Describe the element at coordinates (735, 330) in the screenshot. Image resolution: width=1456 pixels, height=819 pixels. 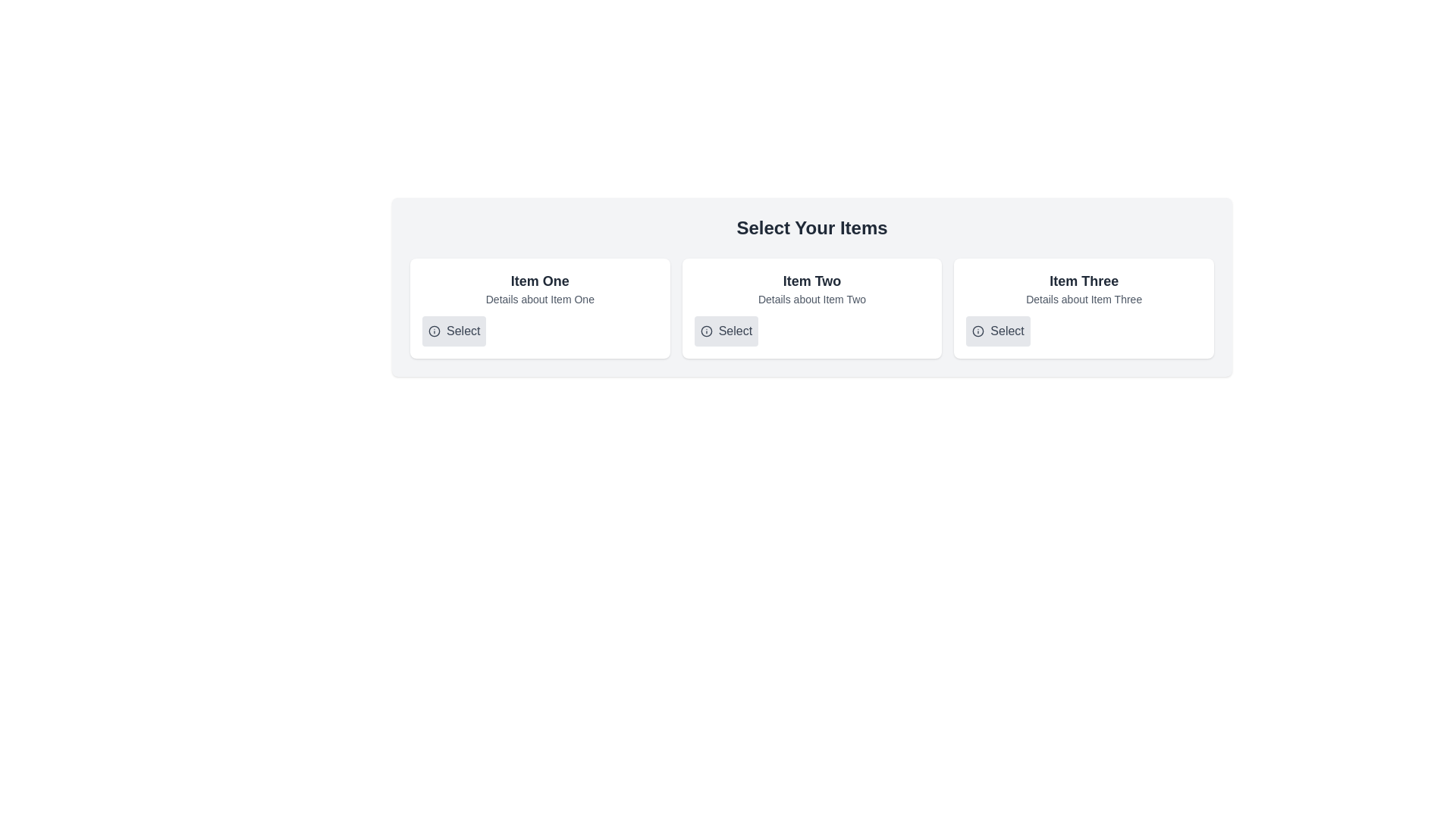
I see `the text label displaying 'Select', which is part of a button-like structure with a light gray background, located to the right of an information icon` at that location.